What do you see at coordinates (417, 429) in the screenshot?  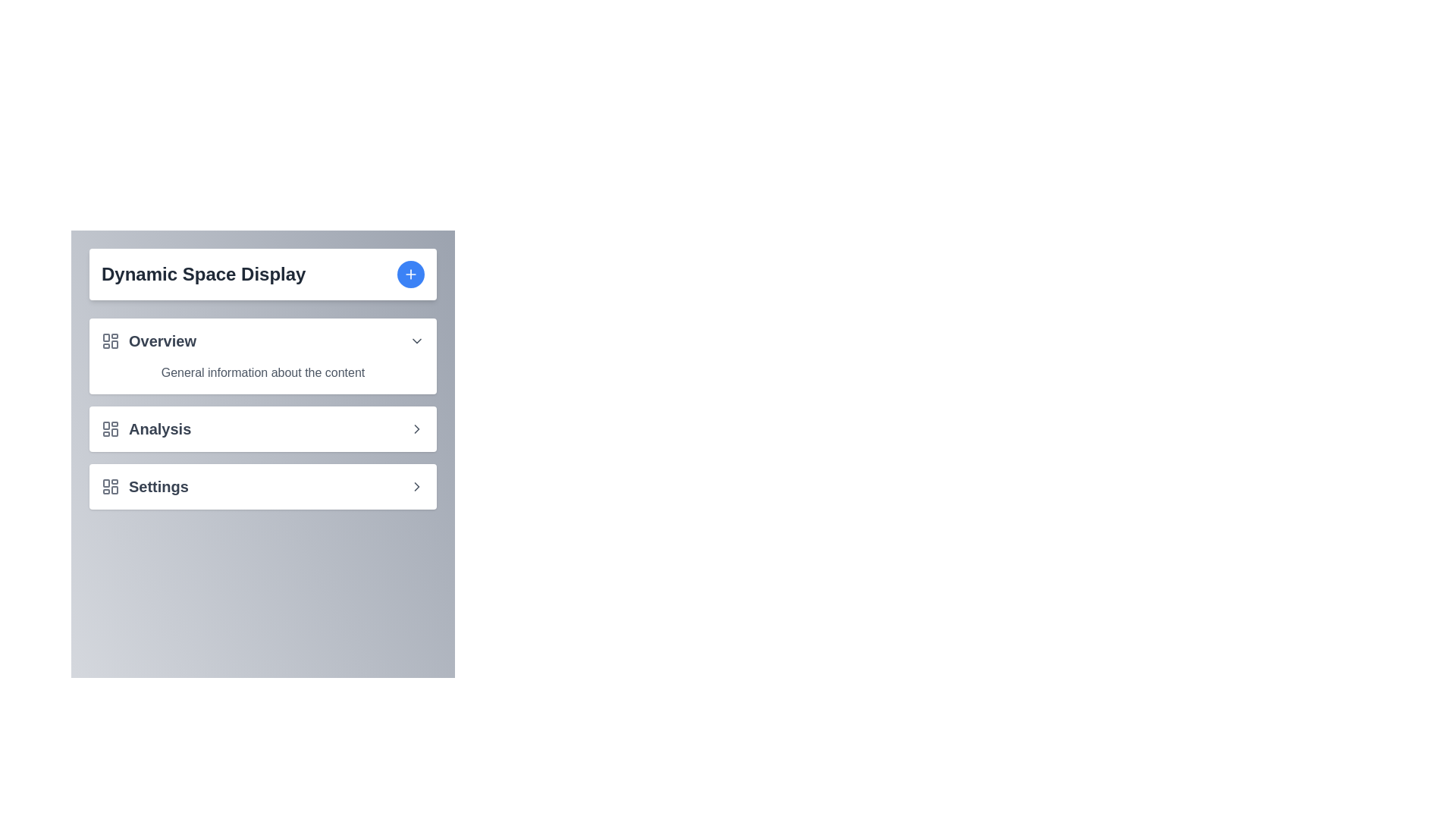 I see `the Chevron Right icon located at the far right of the 'Analysis' section` at bounding box center [417, 429].